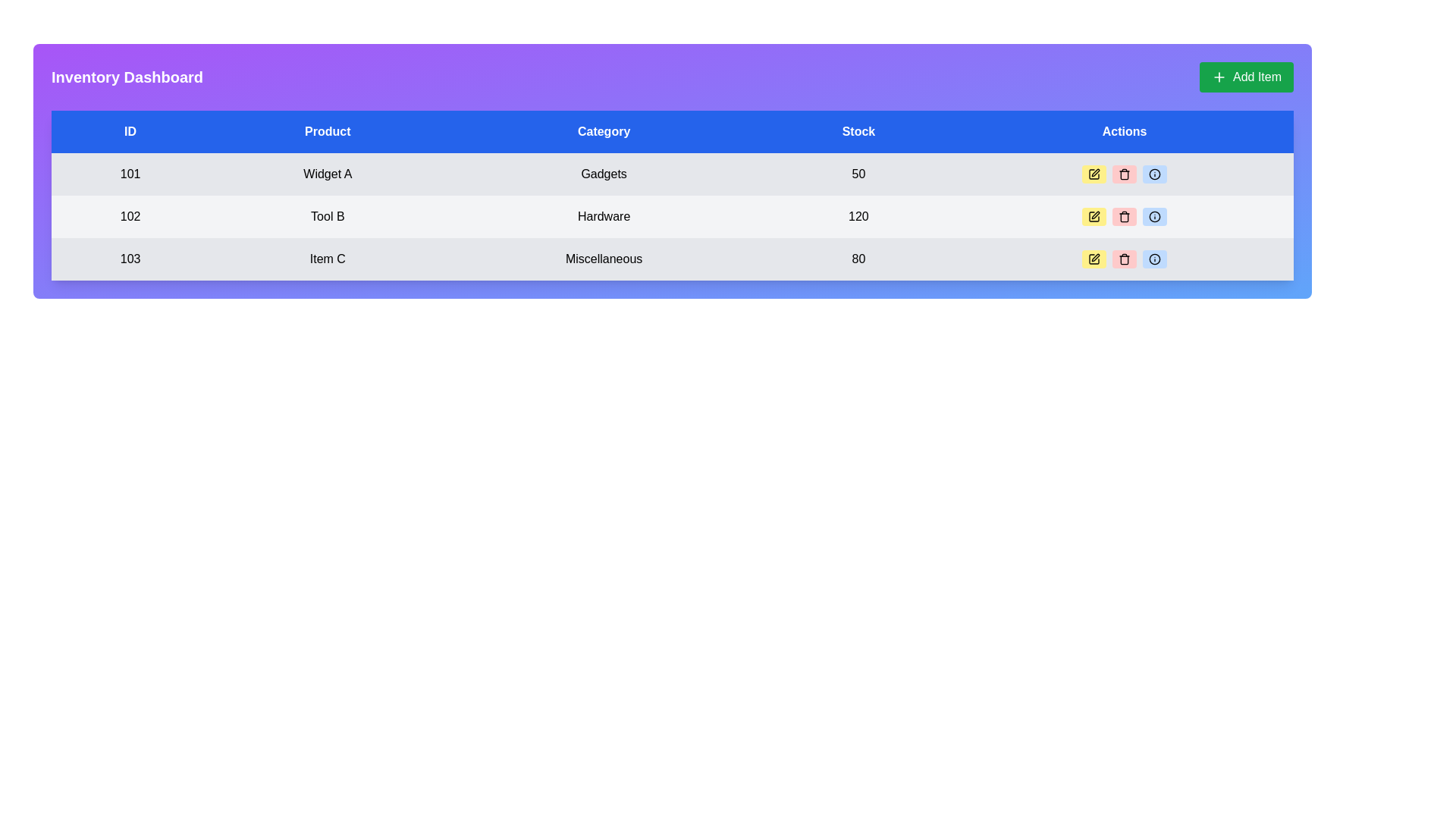 Image resolution: width=1456 pixels, height=819 pixels. I want to click on the 'Product' label, which is a white text label centered within a blue rectangular background, located in the second column of the header row in the table under 'Inventory Dashboard', so click(327, 130).